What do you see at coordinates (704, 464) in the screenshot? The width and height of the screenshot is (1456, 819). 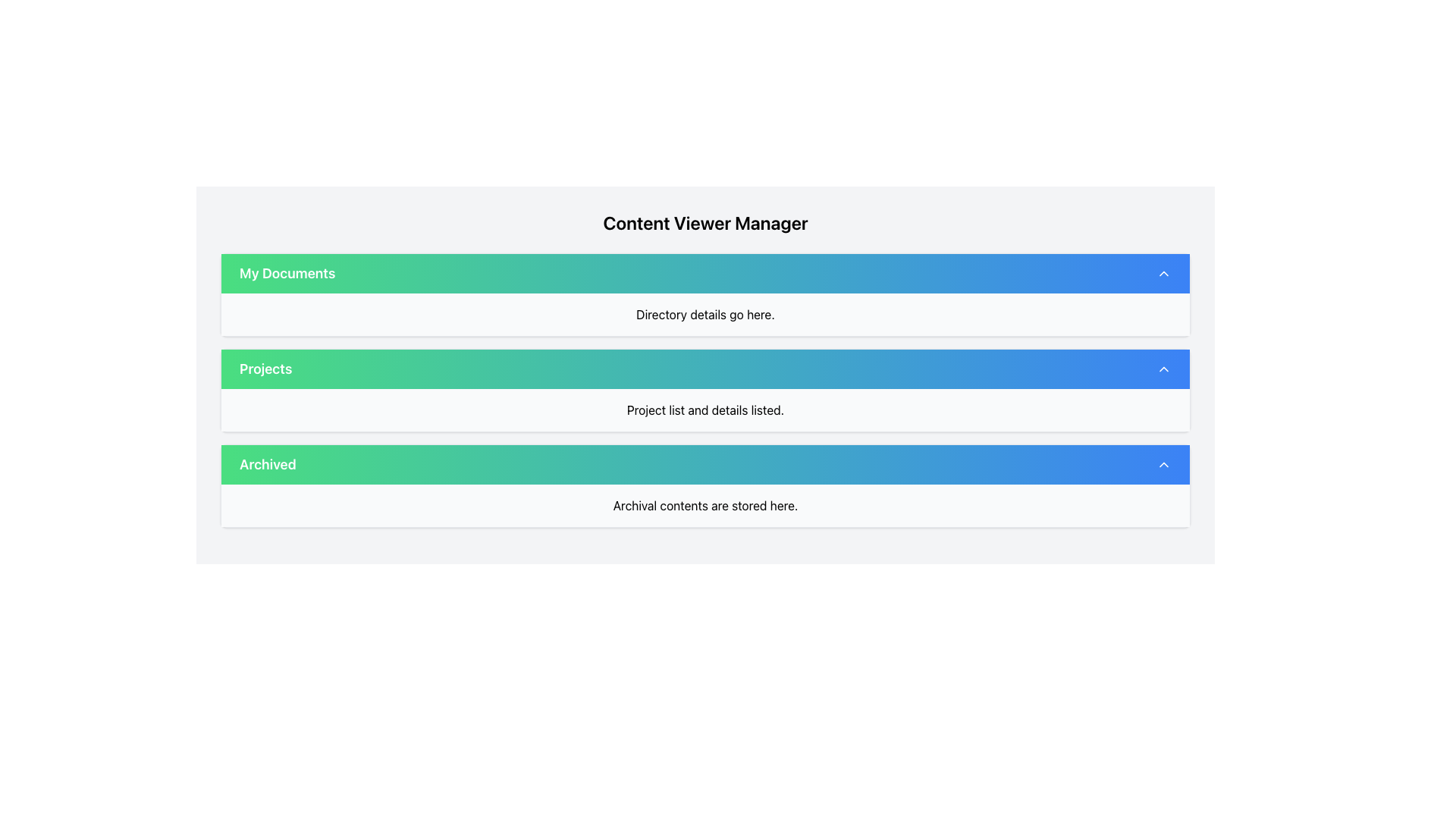 I see `the 'Archived' button, which is the third button in a column of gradient buttons` at bounding box center [704, 464].